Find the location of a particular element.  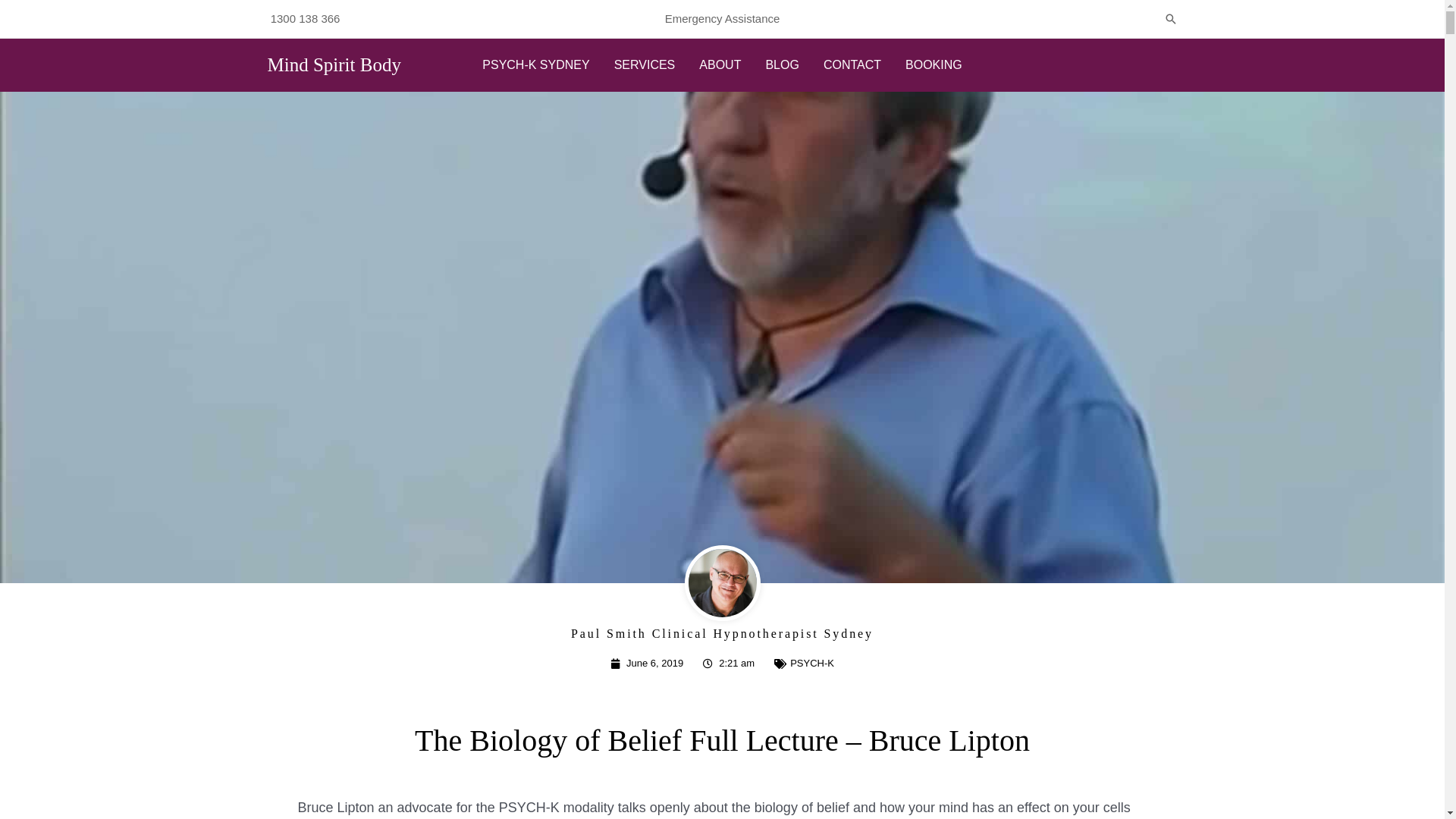

'June 6, 2019' is located at coordinates (647, 663).